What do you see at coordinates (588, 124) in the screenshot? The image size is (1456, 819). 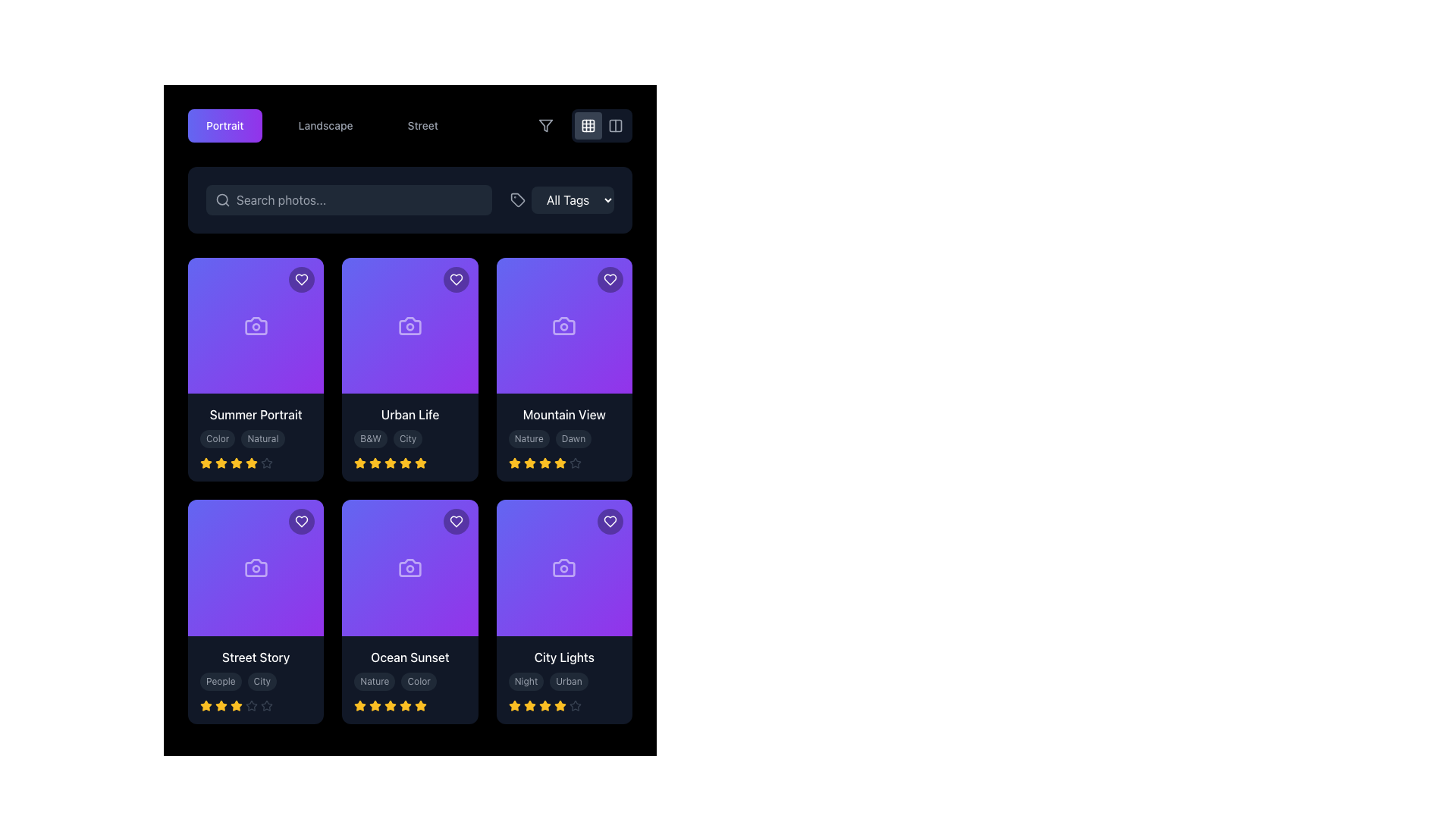 I see `the central square of the 3x3 grid icon located near the top-right corner of the application interface to change the view mode` at bounding box center [588, 124].